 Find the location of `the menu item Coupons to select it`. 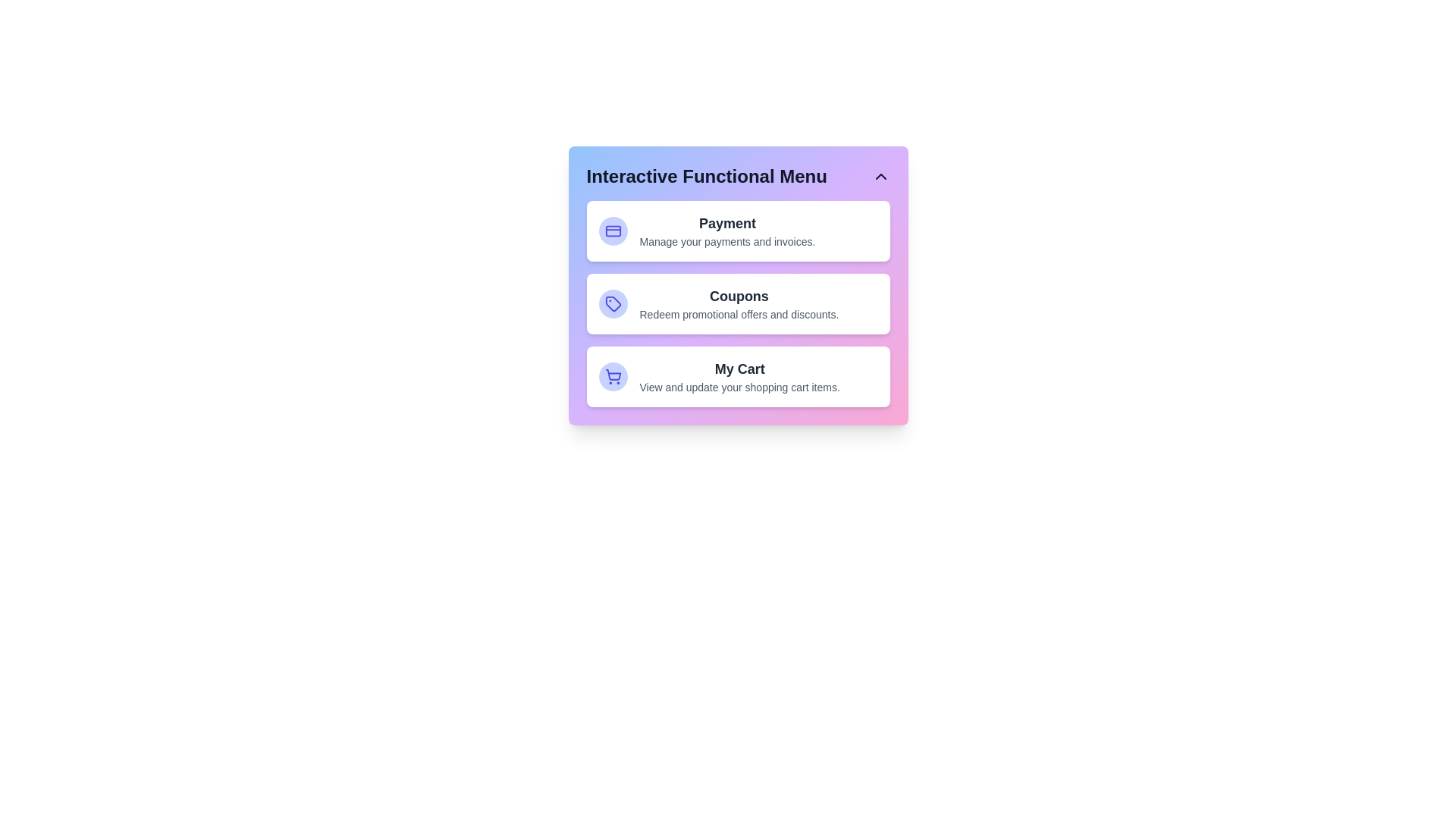

the menu item Coupons to select it is located at coordinates (738, 304).